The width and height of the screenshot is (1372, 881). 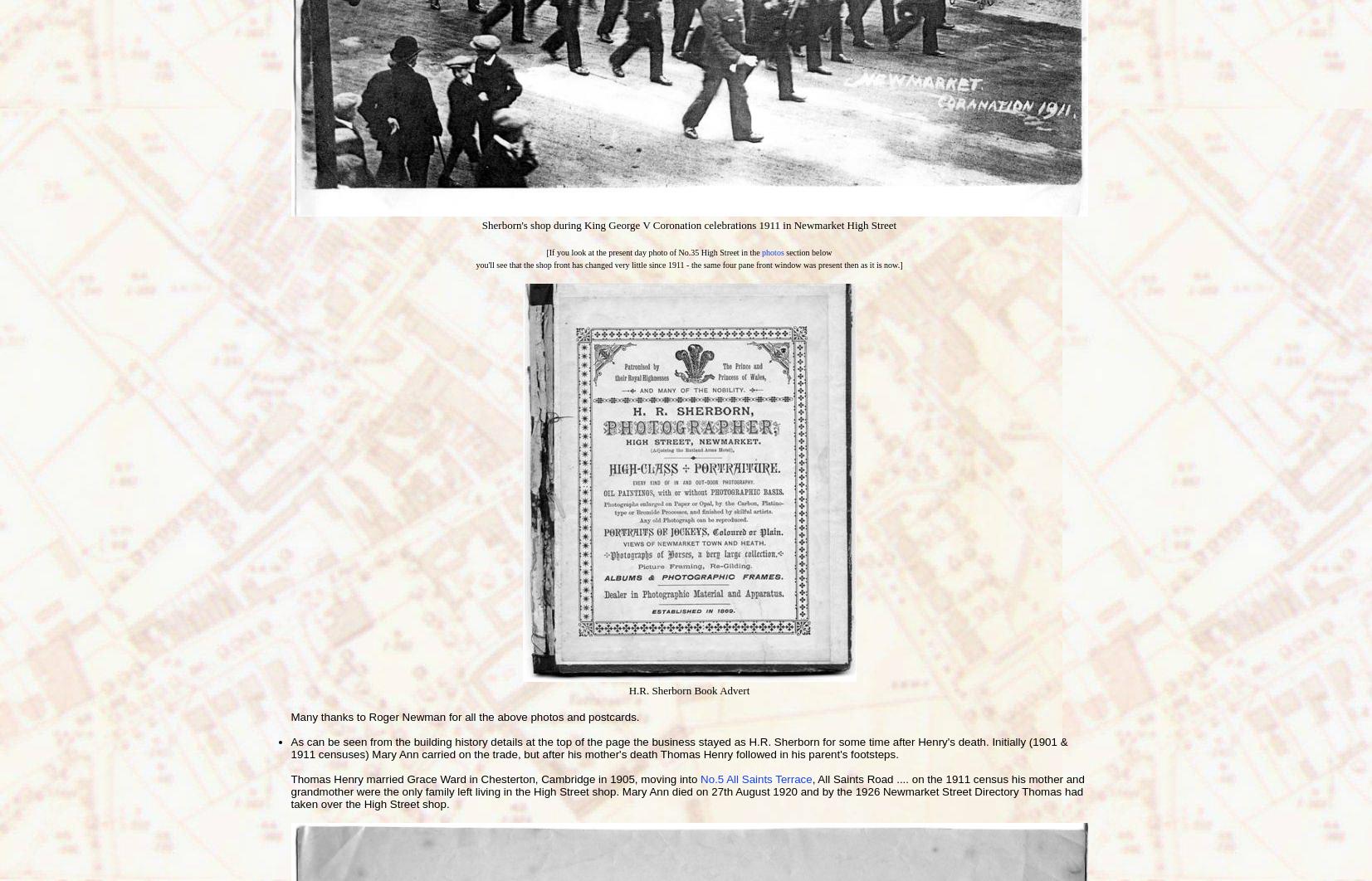 I want to click on 'photos', so click(x=772, y=251).